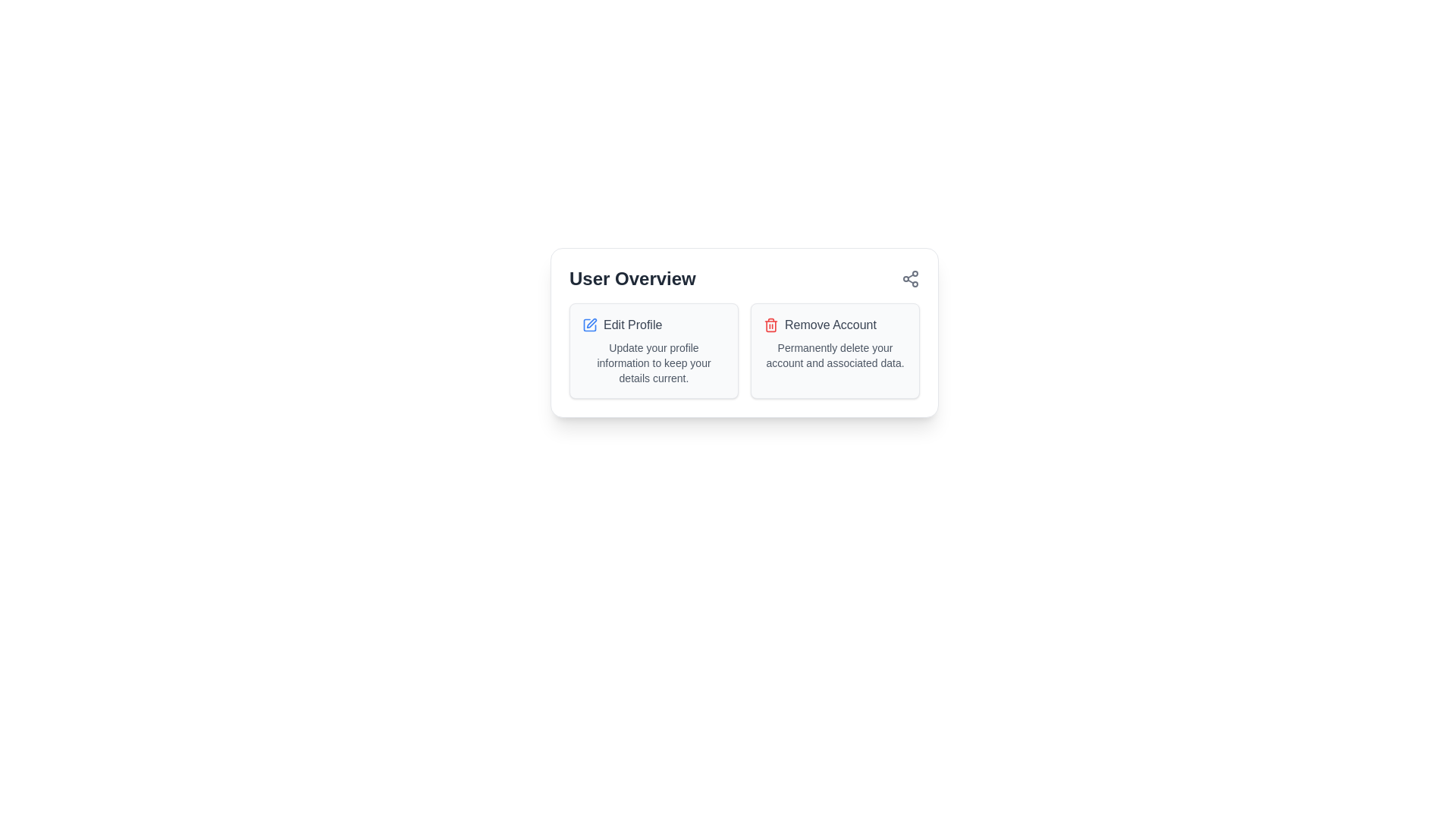  I want to click on the blue pen icon for the 'Edit Profile' section, which indicates an editing function and is positioned to the left of the text content within the card layout, so click(591, 322).